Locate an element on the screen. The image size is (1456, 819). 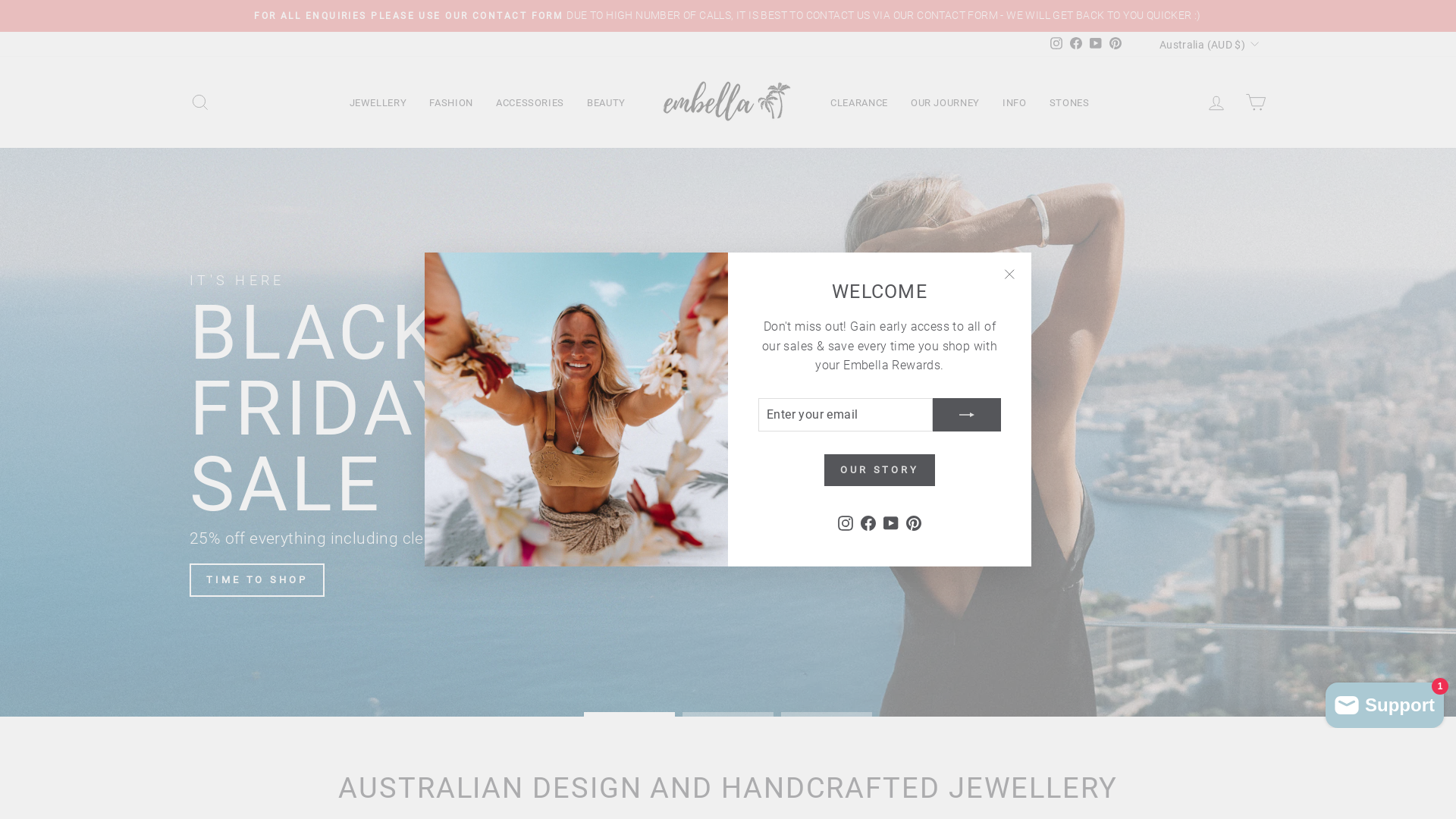
'CLEARANCE' is located at coordinates (858, 102).